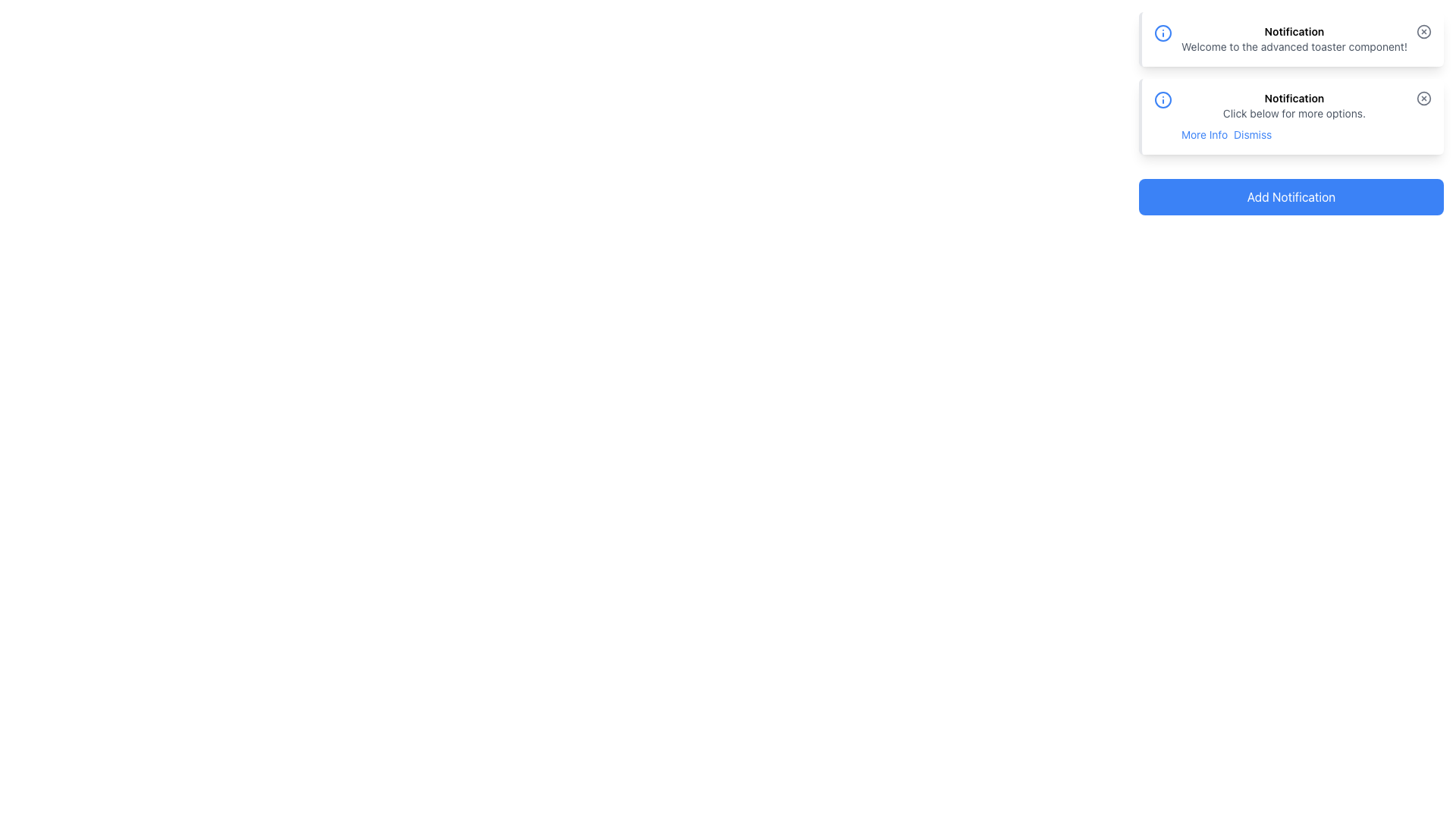  What do you see at coordinates (1423, 32) in the screenshot?
I see `the small circular close button with an 'X' icon located in the top-right corner of the notification card titled 'Notification'` at bounding box center [1423, 32].